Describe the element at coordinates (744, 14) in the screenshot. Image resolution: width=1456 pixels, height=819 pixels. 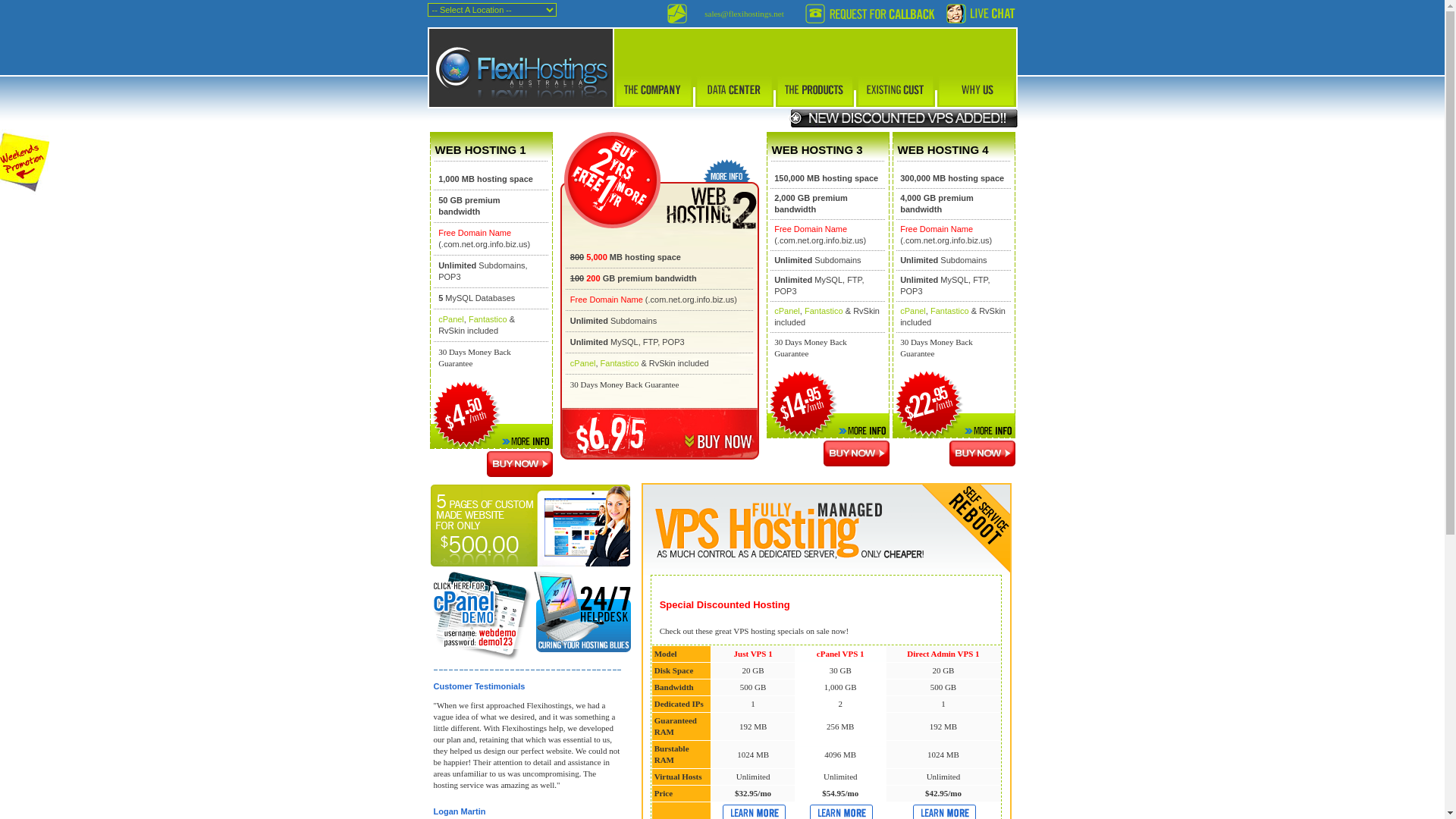
I see `'sales@flexihostings.net'` at that location.